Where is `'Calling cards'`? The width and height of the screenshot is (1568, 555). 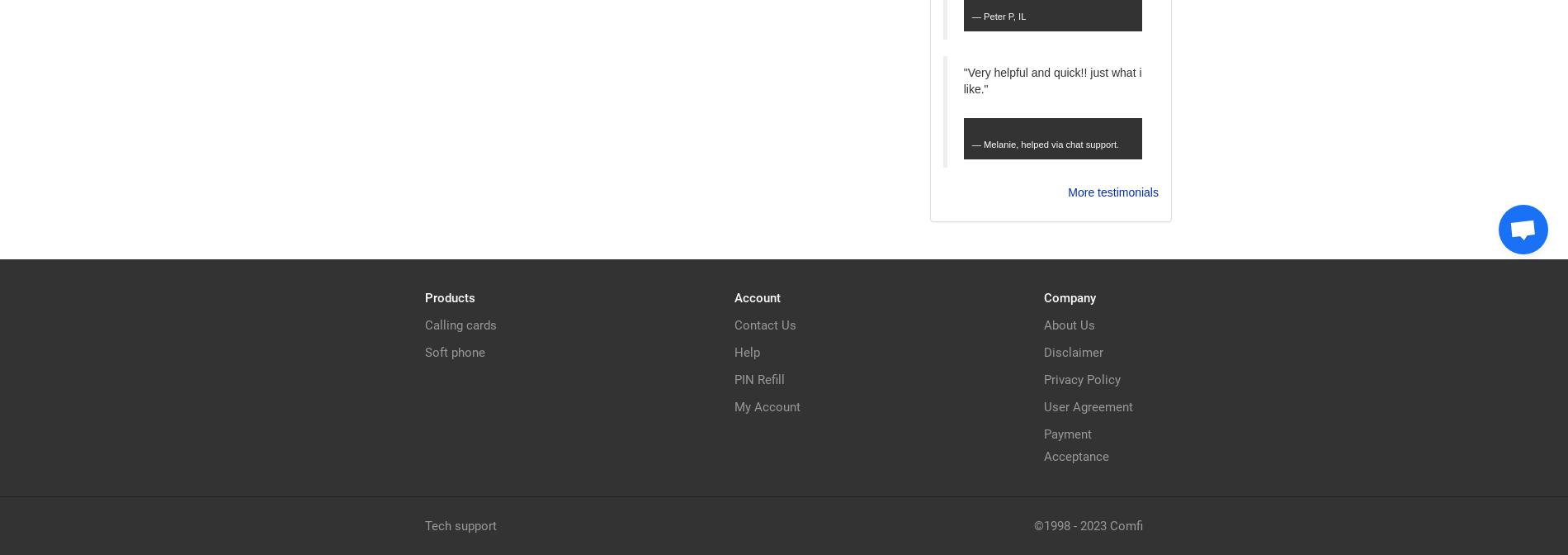
'Calling cards' is located at coordinates (460, 325).